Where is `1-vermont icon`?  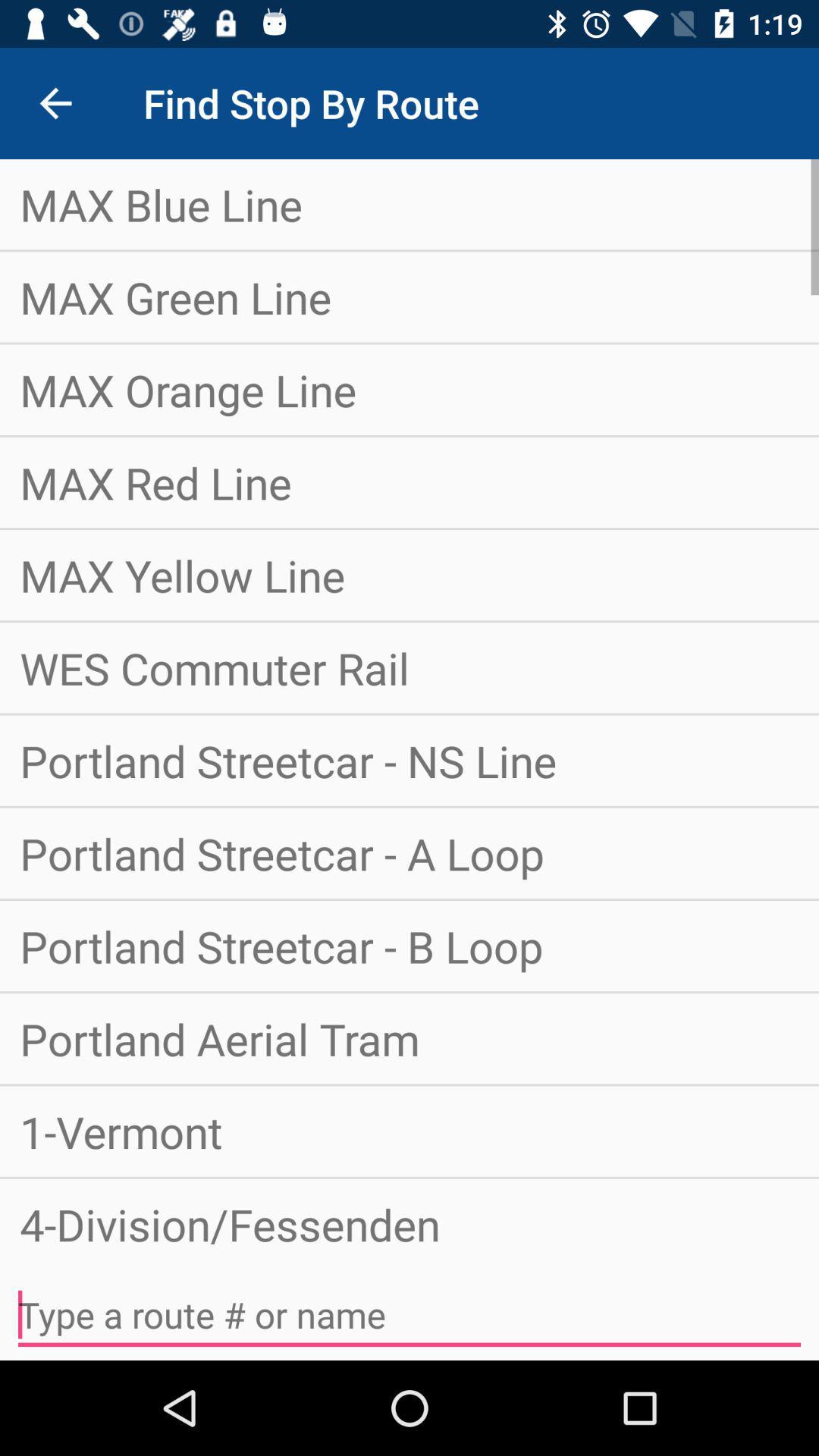 1-vermont icon is located at coordinates (409, 1131).